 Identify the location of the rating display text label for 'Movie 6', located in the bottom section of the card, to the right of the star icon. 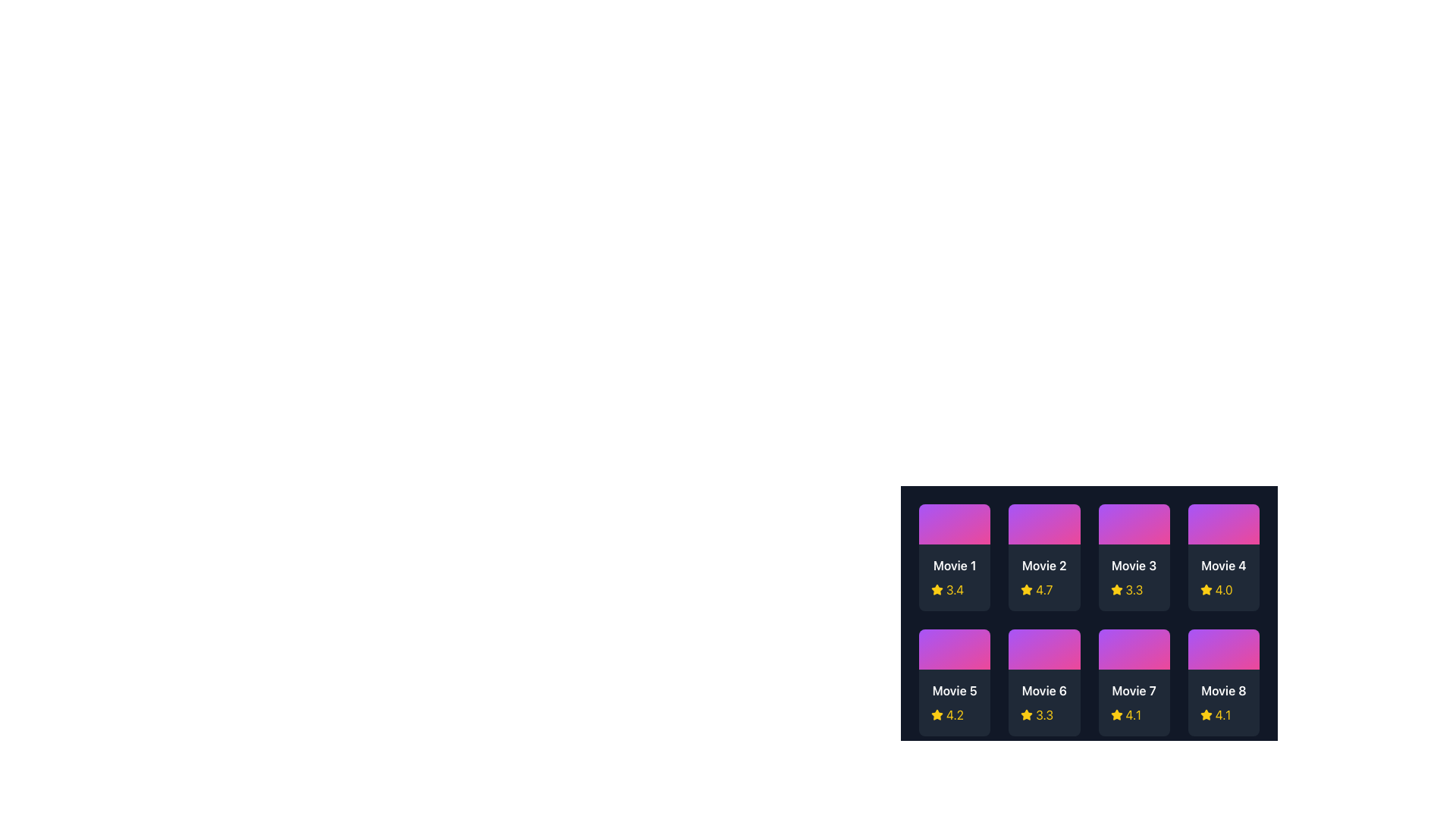
(1043, 715).